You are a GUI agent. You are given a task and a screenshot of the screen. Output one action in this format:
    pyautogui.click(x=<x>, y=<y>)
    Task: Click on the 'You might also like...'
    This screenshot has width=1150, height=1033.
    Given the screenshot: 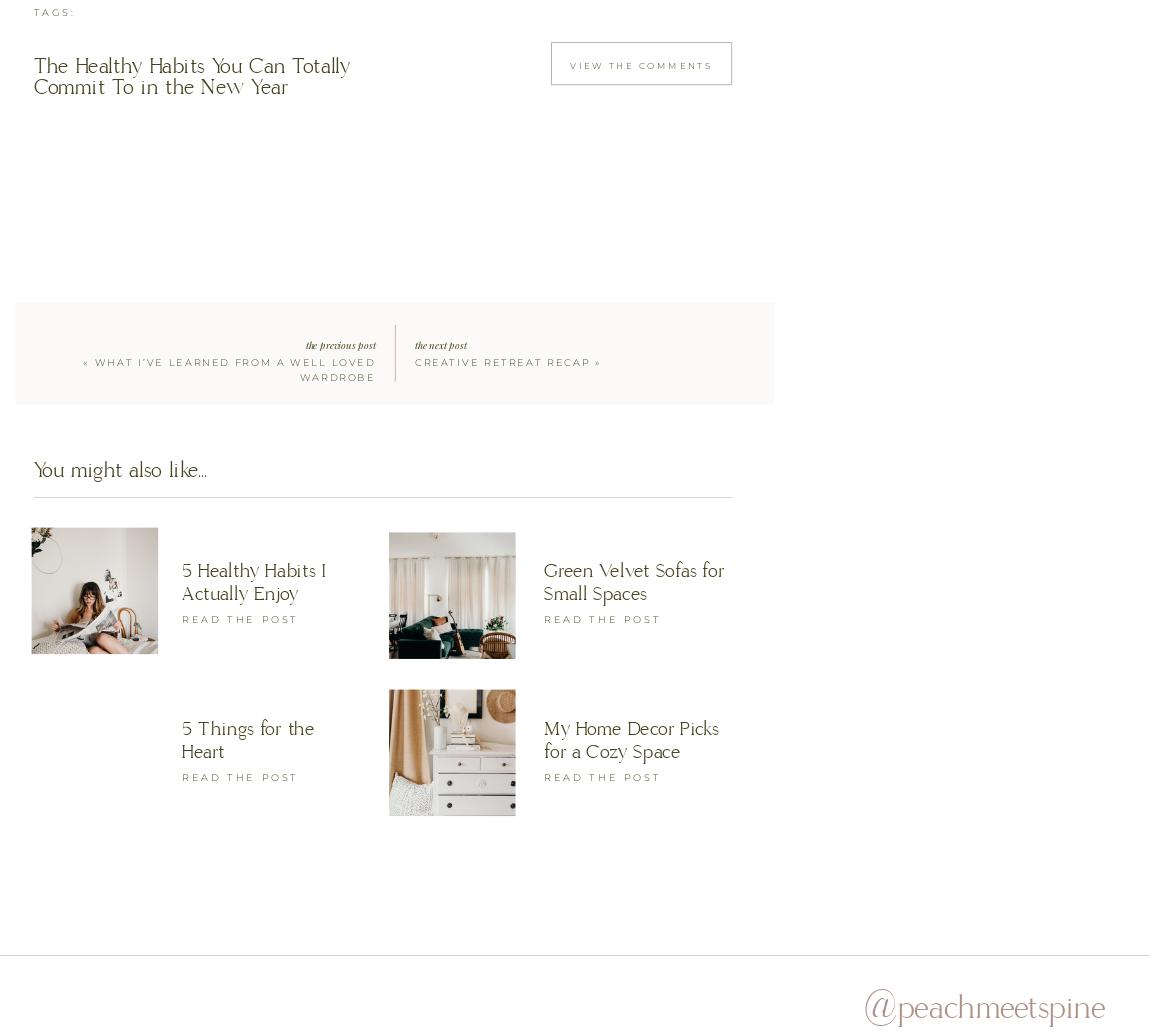 What is the action you would take?
    pyautogui.click(x=118, y=470)
    